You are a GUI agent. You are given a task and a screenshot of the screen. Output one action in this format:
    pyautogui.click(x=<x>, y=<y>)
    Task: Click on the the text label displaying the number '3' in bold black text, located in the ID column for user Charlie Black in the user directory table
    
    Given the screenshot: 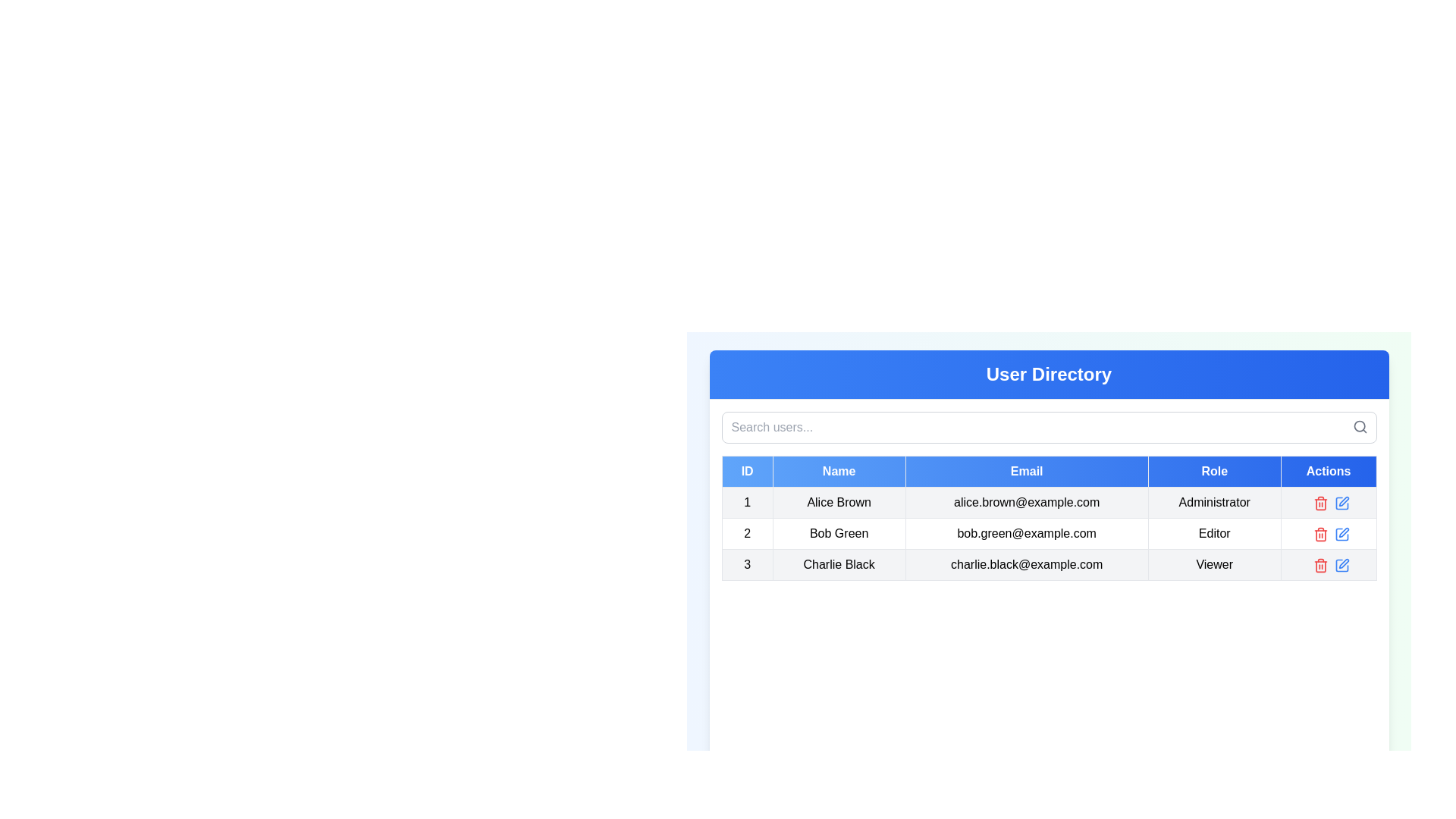 What is the action you would take?
    pyautogui.click(x=747, y=564)
    